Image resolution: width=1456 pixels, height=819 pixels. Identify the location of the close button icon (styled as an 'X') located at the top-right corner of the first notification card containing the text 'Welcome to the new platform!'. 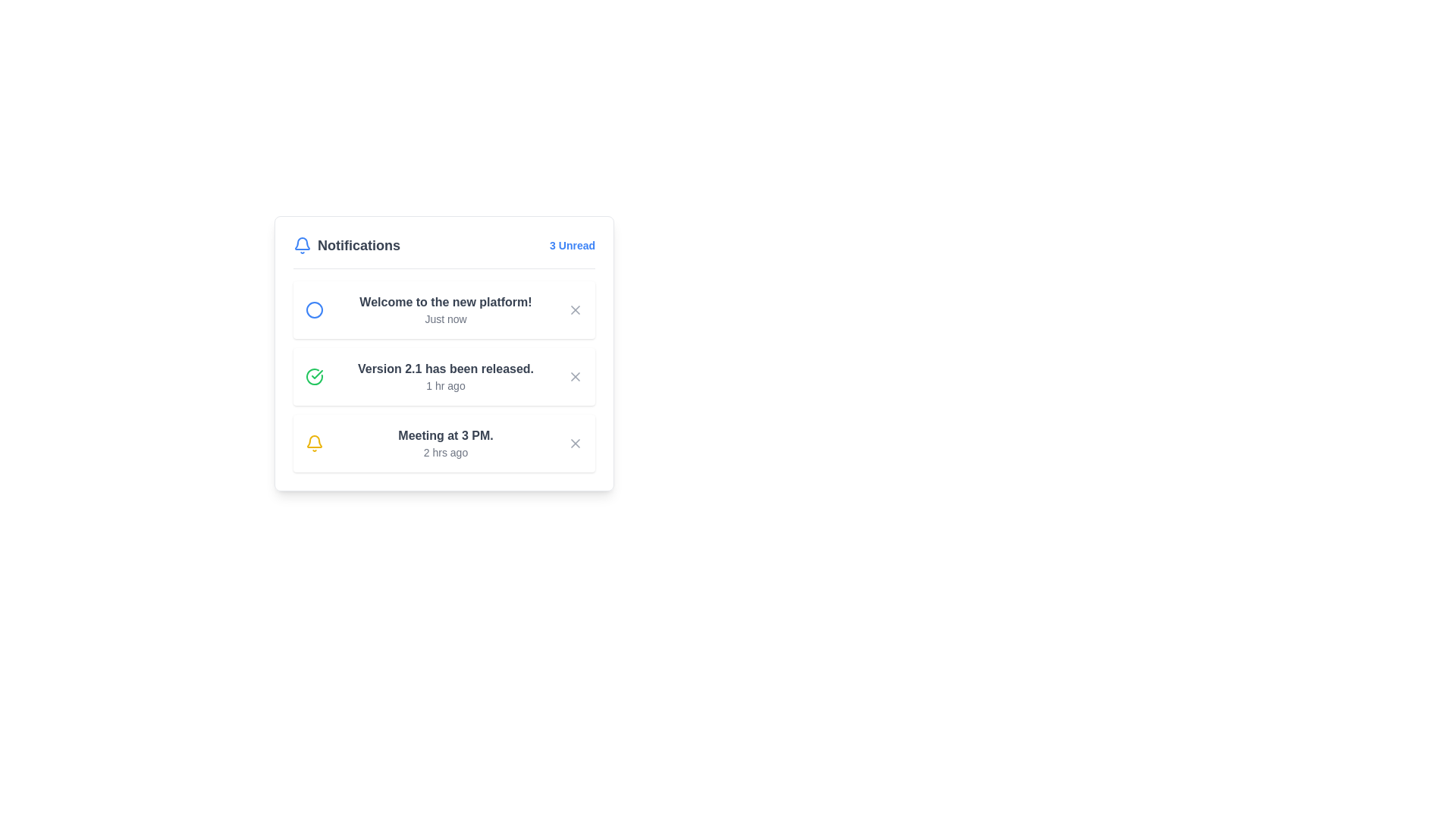
(574, 309).